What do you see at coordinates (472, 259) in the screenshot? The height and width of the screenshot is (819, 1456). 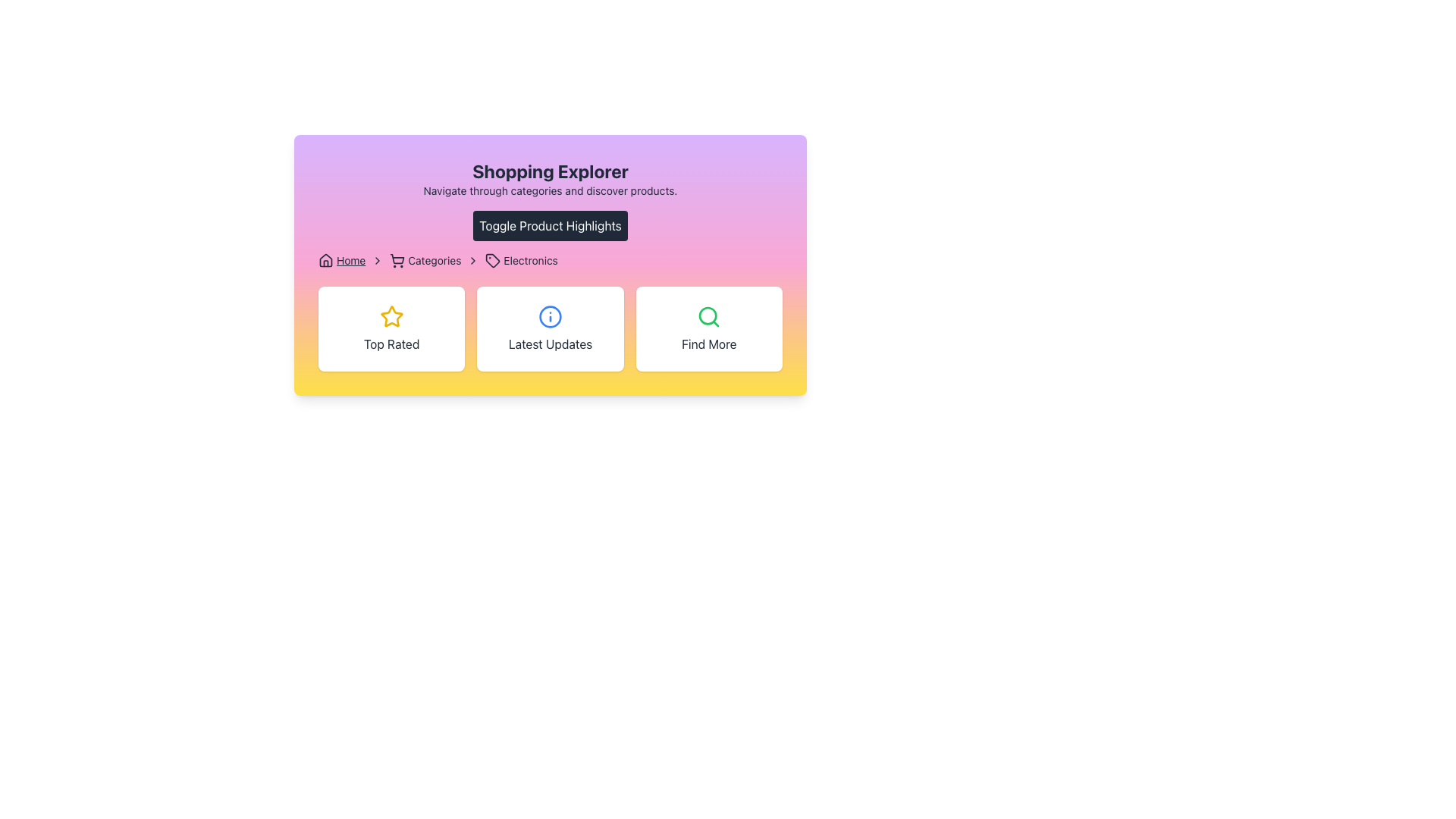 I see `the third chevron icon in the breadcrumb navigation, which signifies progression between 'Categories' and 'Electronics'` at bounding box center [472, 259].